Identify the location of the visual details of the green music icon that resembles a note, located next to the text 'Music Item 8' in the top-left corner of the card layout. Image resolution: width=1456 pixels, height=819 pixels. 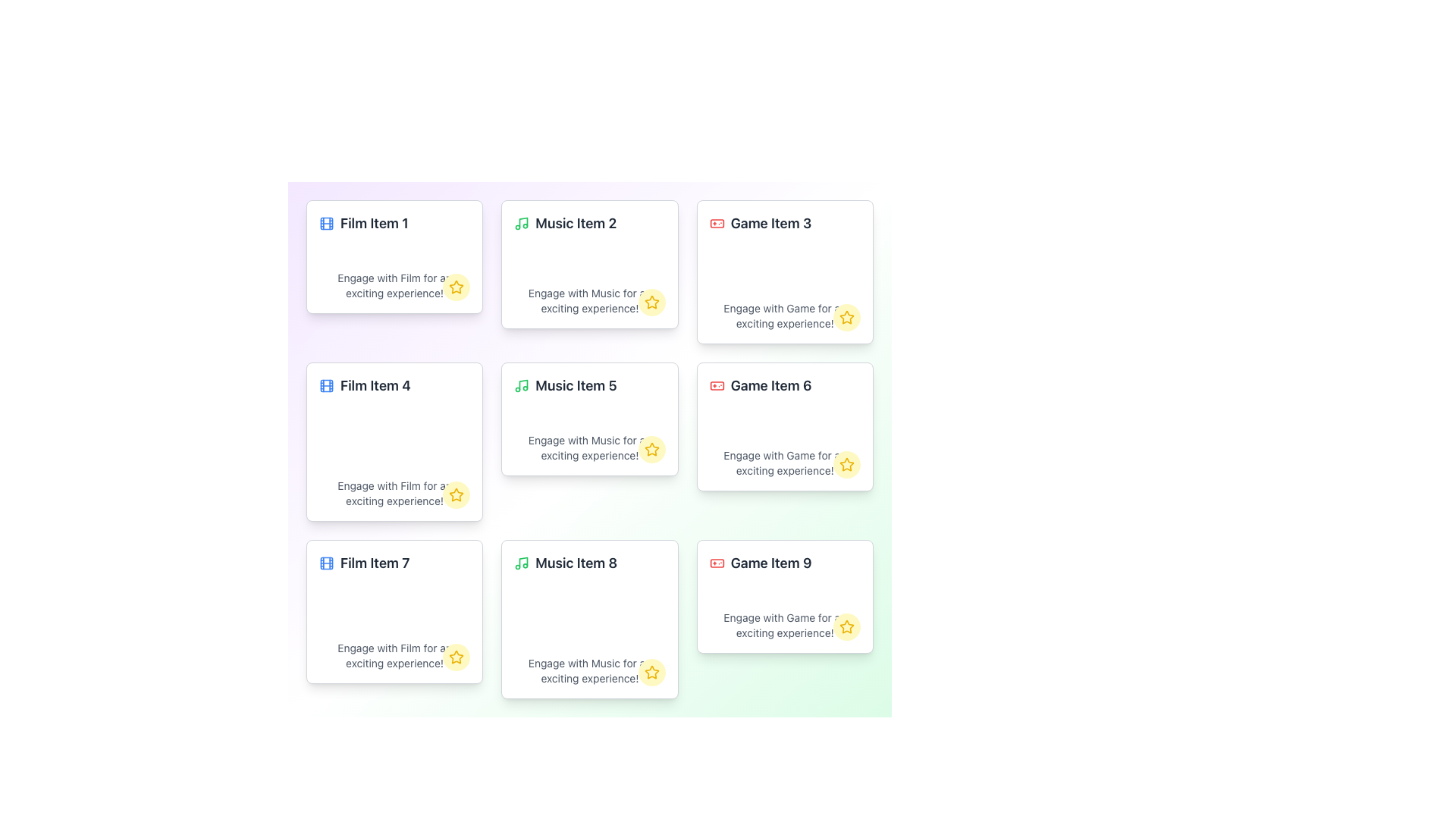
(522, 563).